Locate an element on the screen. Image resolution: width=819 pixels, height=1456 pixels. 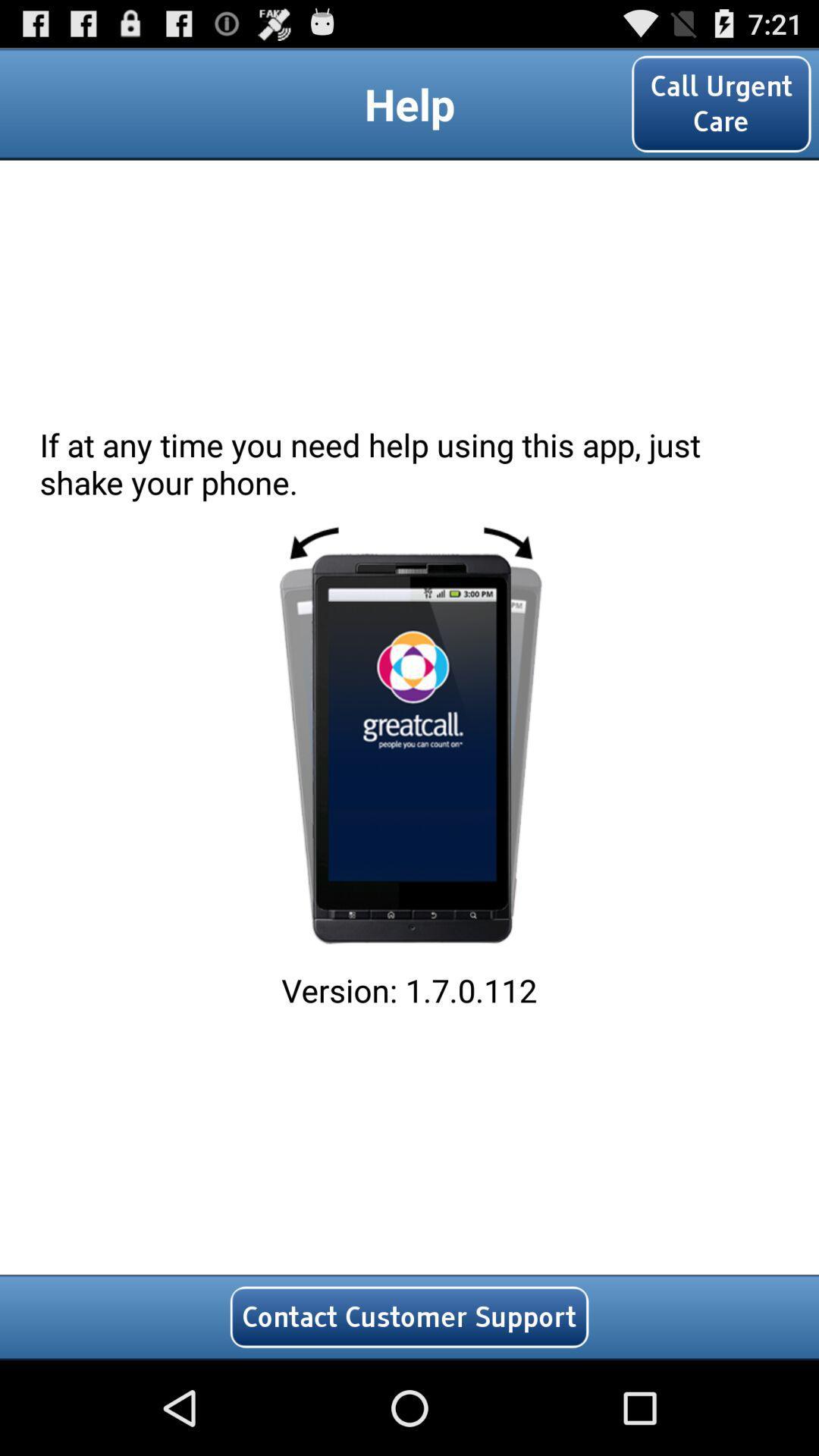
the icon at the top right corner is located at coordinates (720, 103).